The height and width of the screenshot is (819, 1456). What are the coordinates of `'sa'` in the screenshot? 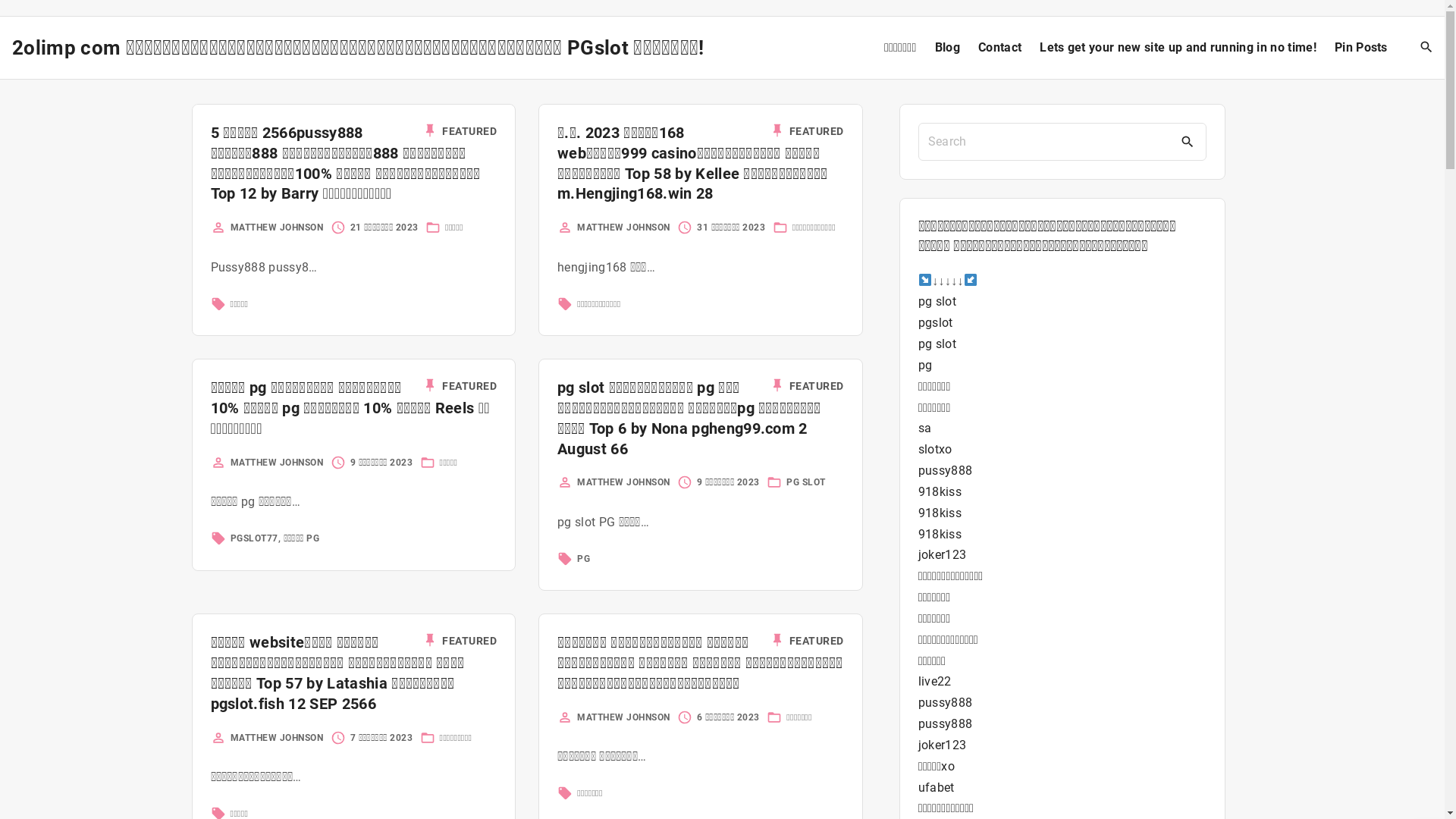 It's located at (924, 428).